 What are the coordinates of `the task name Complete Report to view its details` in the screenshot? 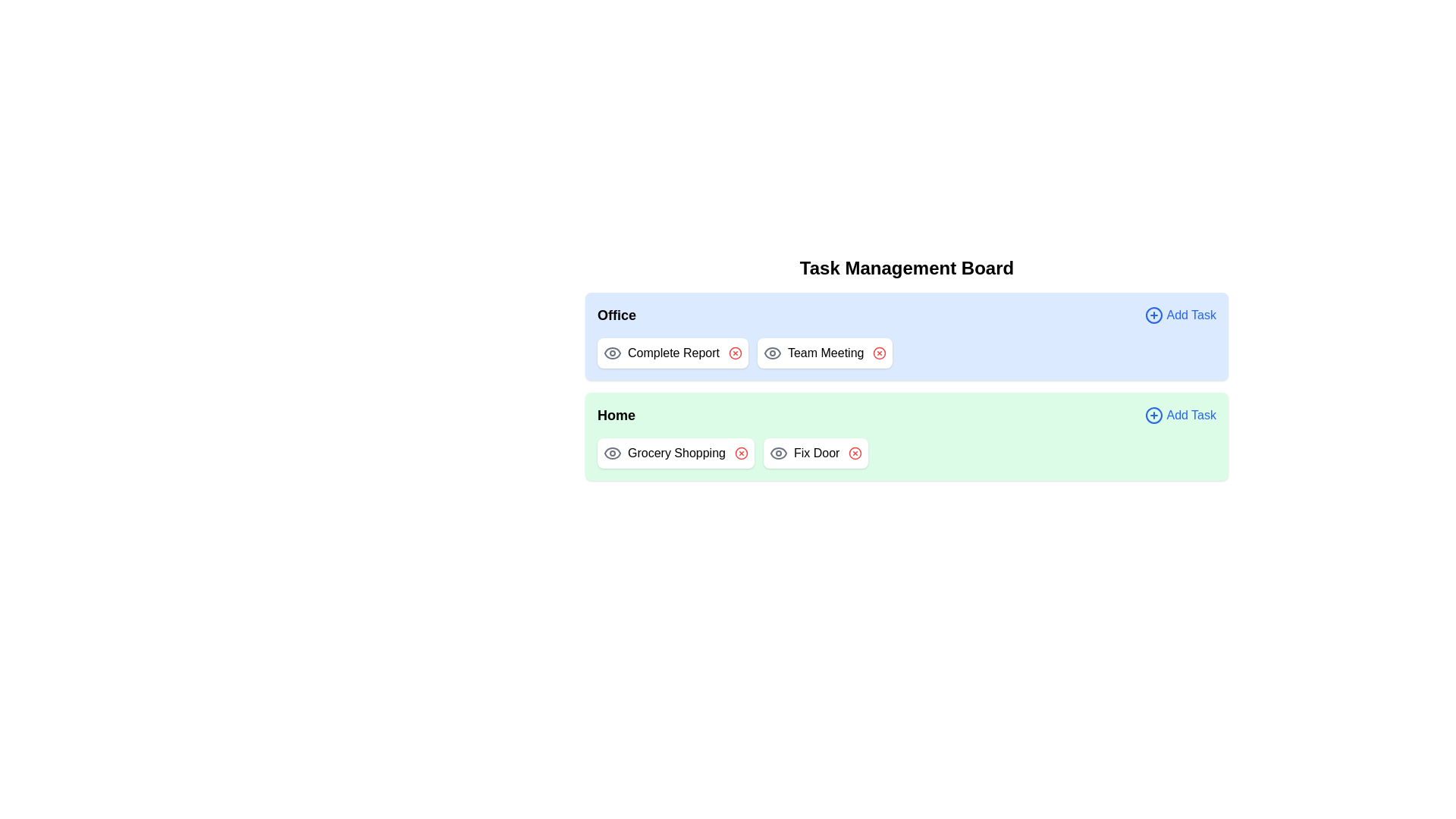 It's located at (672, 353).